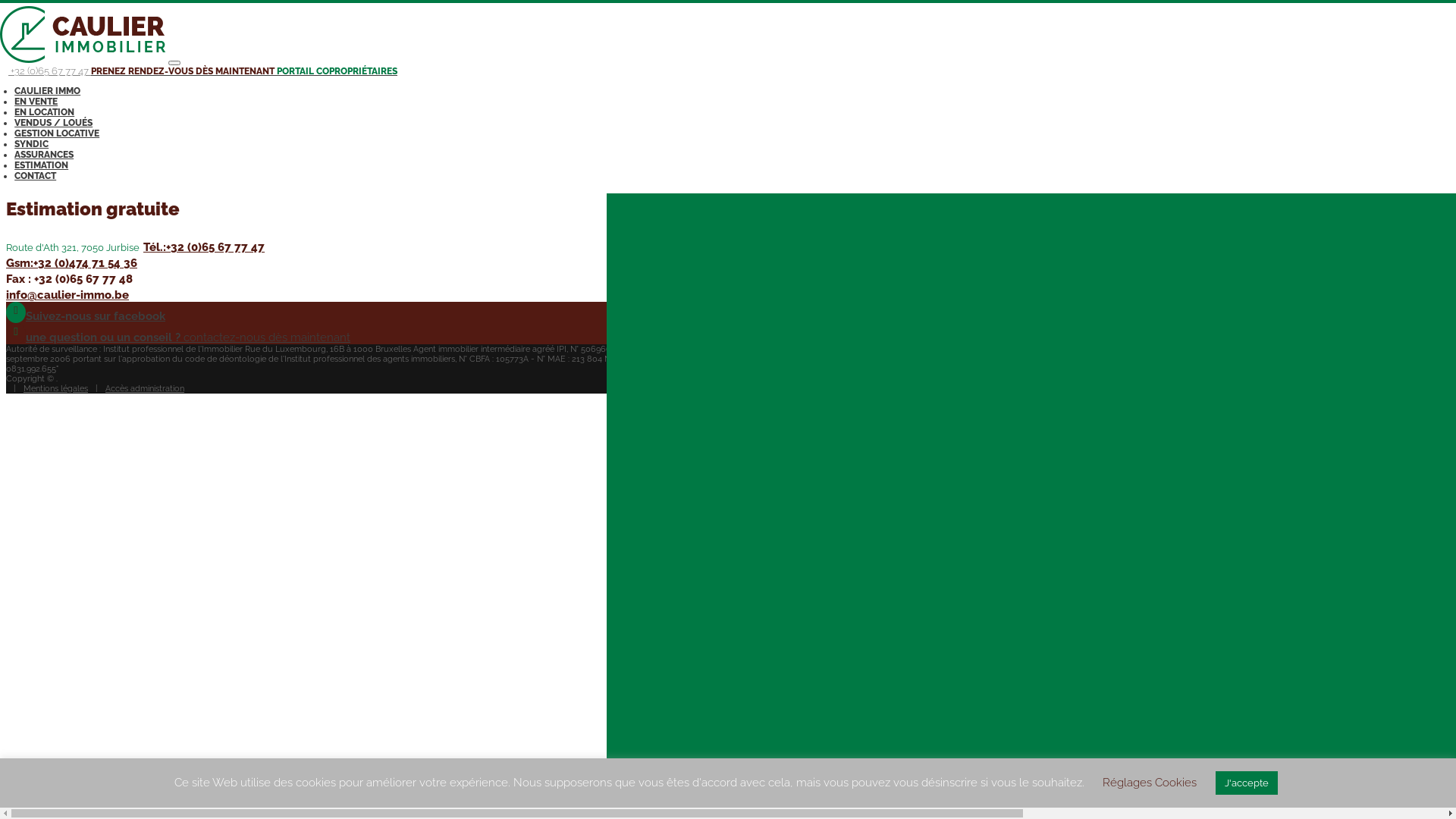  I want to click on 'J'accepte', so click(1246, 783).